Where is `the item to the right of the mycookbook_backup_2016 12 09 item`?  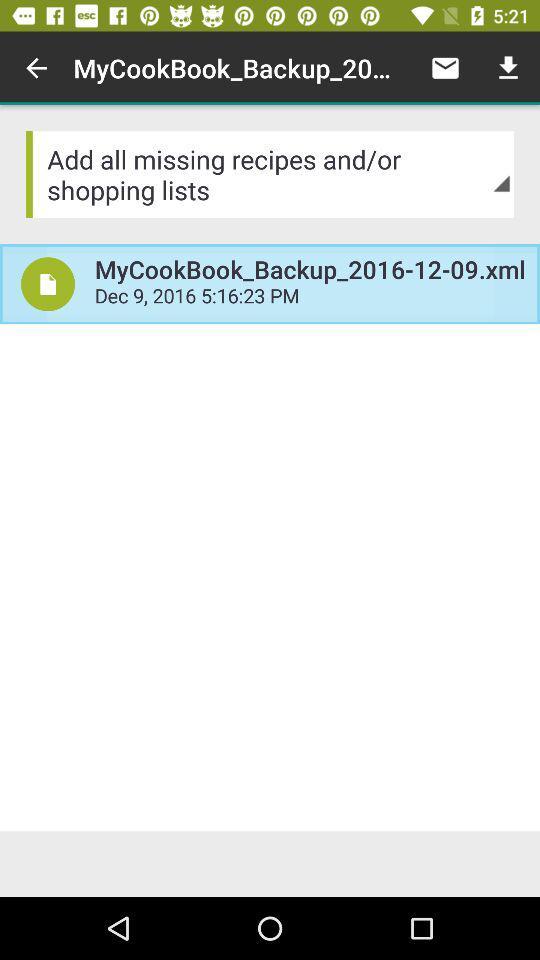 the item to the right of the mycookbook_backup_2016 12 09 item is located at coordinates (445, 68).